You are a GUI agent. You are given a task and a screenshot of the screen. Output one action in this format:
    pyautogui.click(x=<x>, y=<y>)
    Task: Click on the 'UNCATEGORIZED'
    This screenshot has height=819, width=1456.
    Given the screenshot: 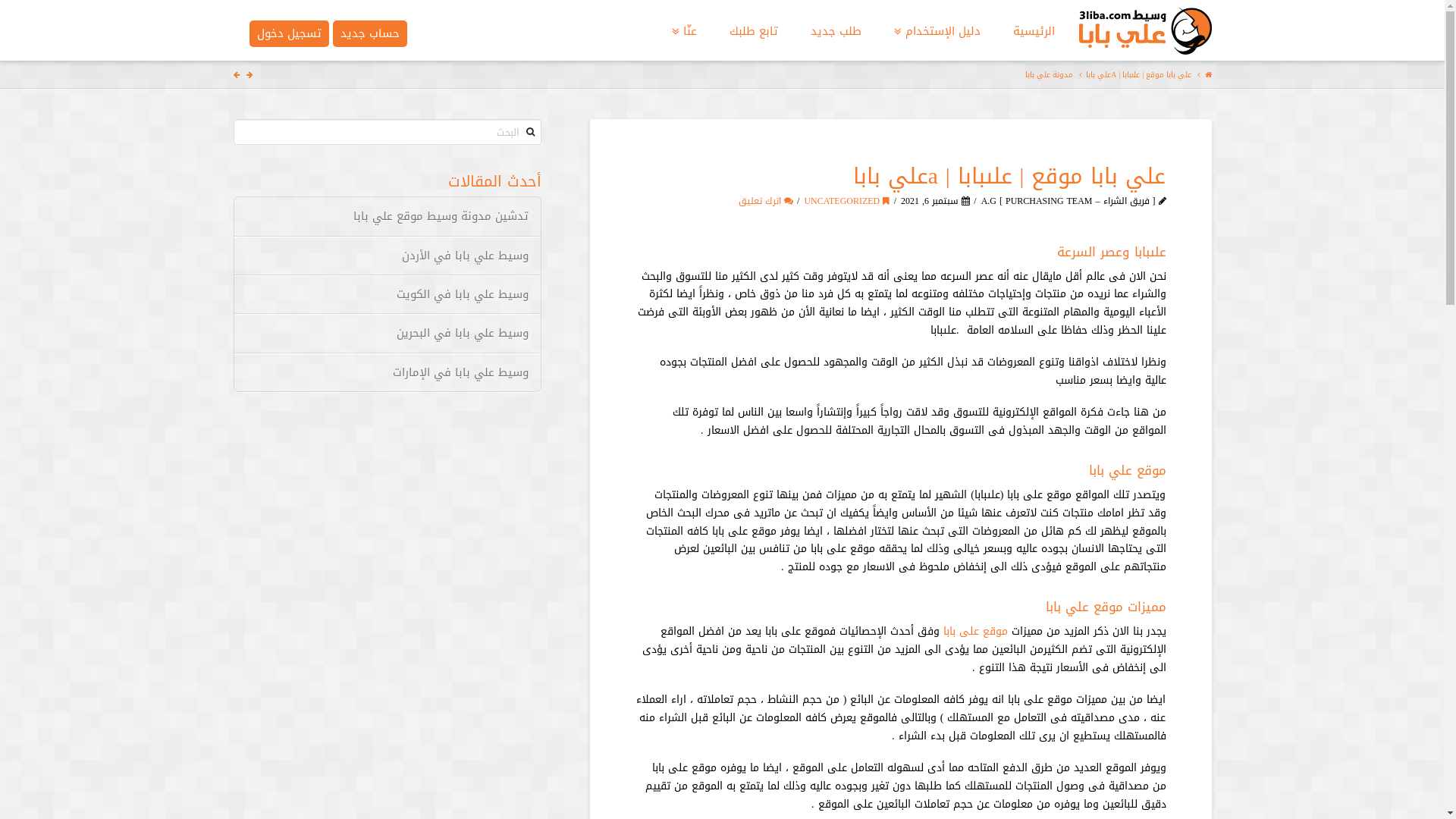 What is the action you would take?
    pyautogui.click(x=846, y=200)
    